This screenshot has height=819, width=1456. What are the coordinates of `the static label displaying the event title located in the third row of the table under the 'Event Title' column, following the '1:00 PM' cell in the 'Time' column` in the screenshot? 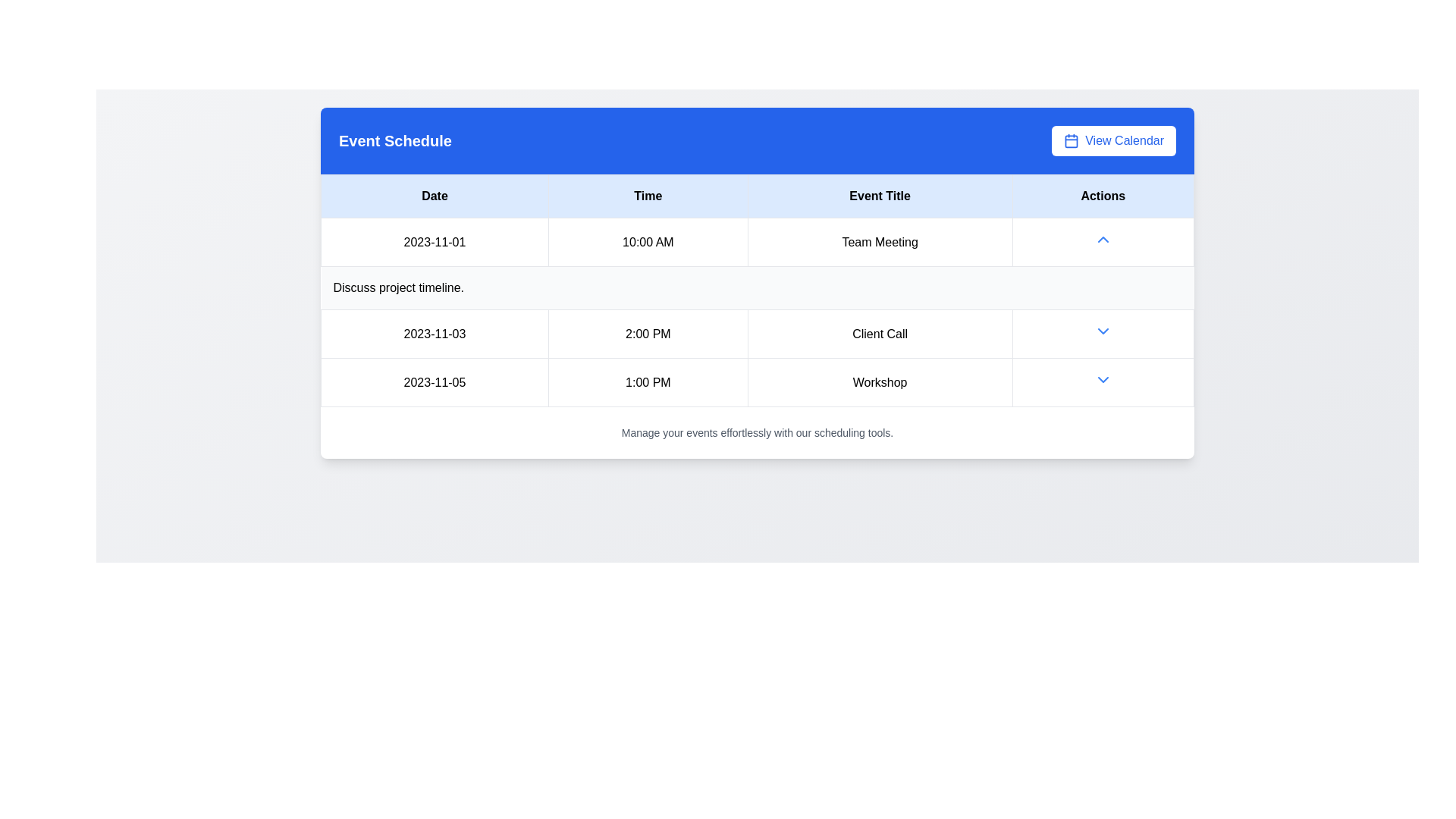 It's located at (880, 381).